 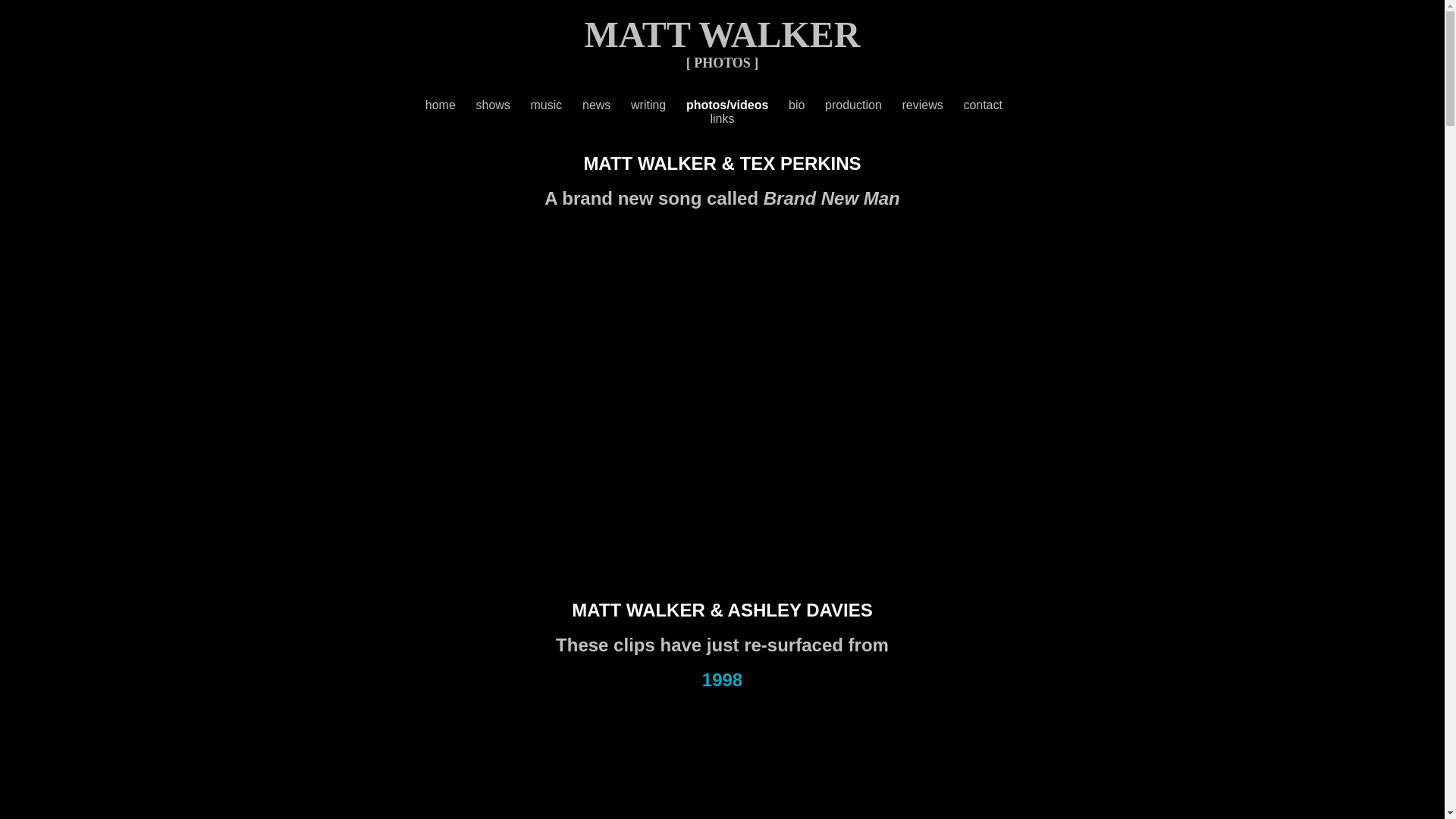 I want to click on 'production     ', so click(x=863, y=104).